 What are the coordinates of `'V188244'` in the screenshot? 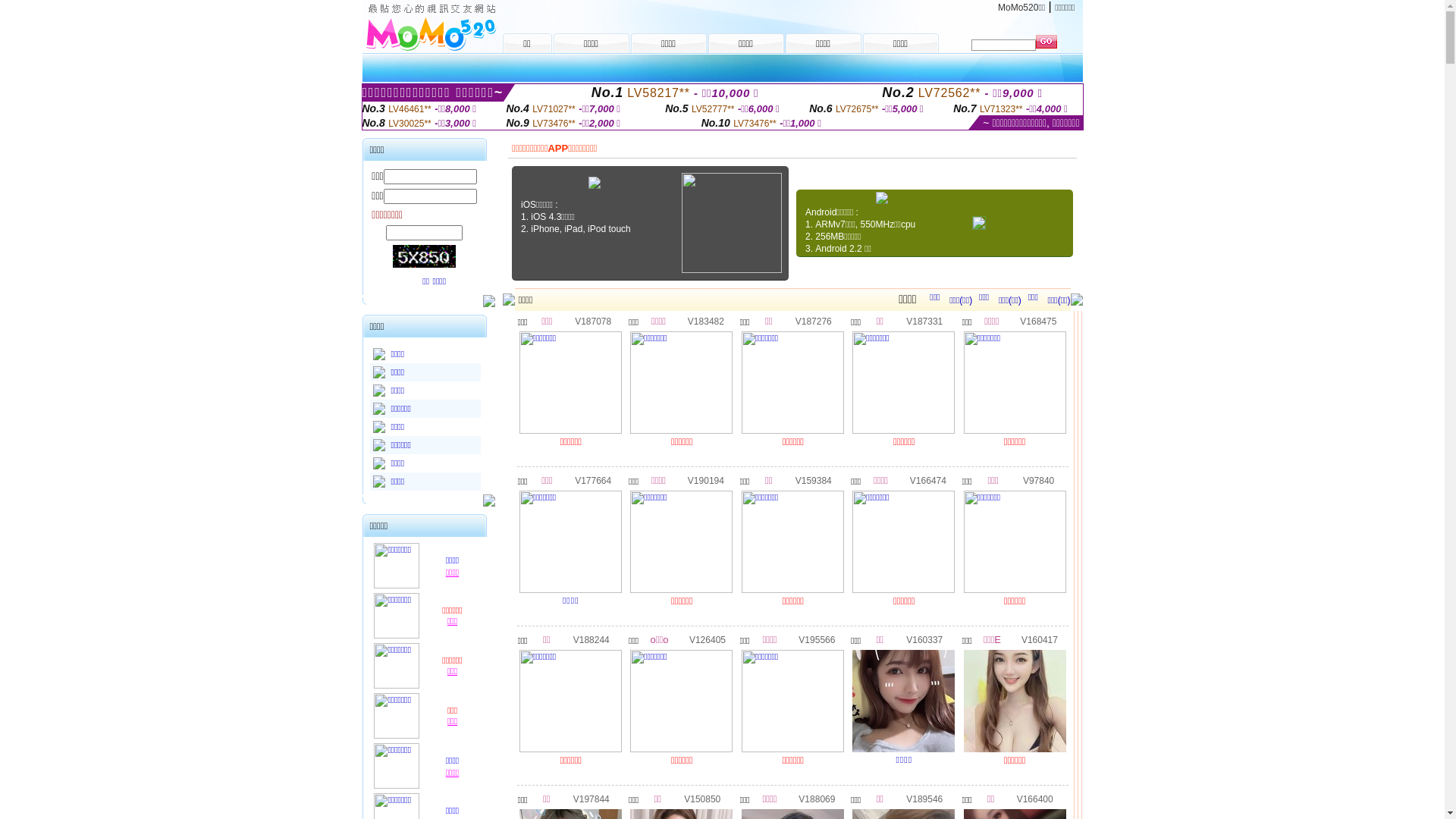 It's located at (590, 639).